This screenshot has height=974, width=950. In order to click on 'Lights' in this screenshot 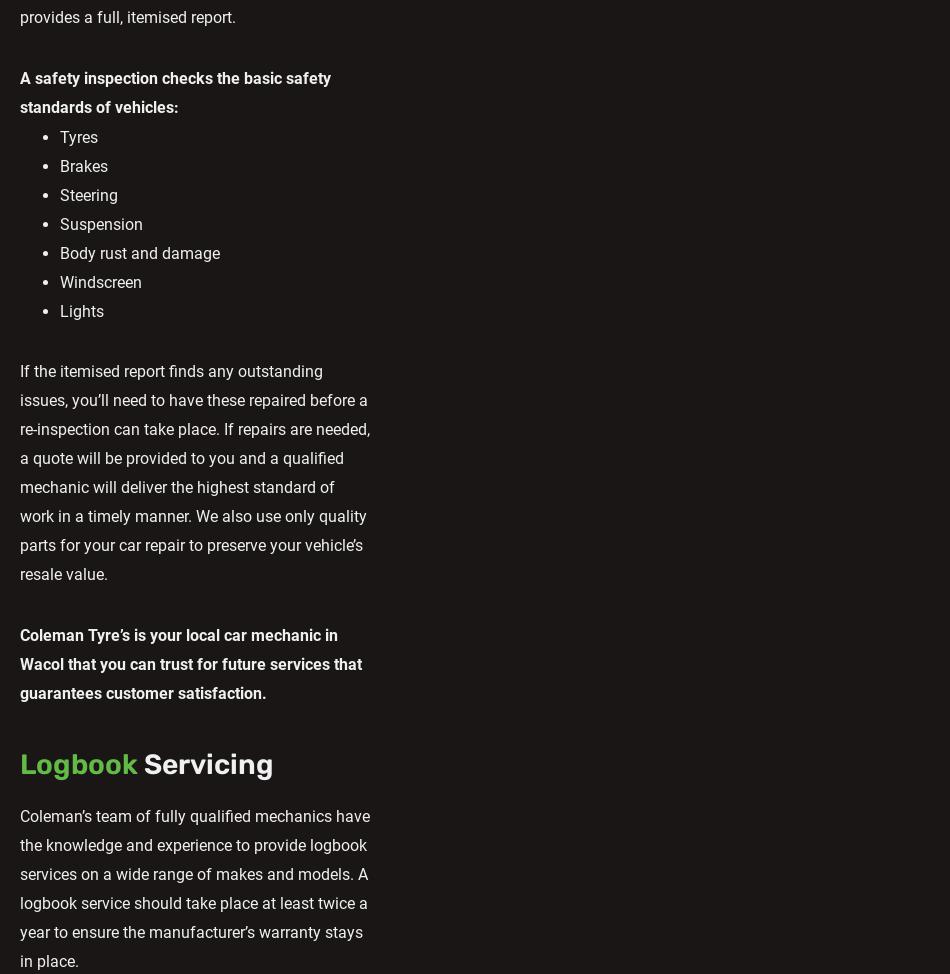, I will do `click(60, 310)`.